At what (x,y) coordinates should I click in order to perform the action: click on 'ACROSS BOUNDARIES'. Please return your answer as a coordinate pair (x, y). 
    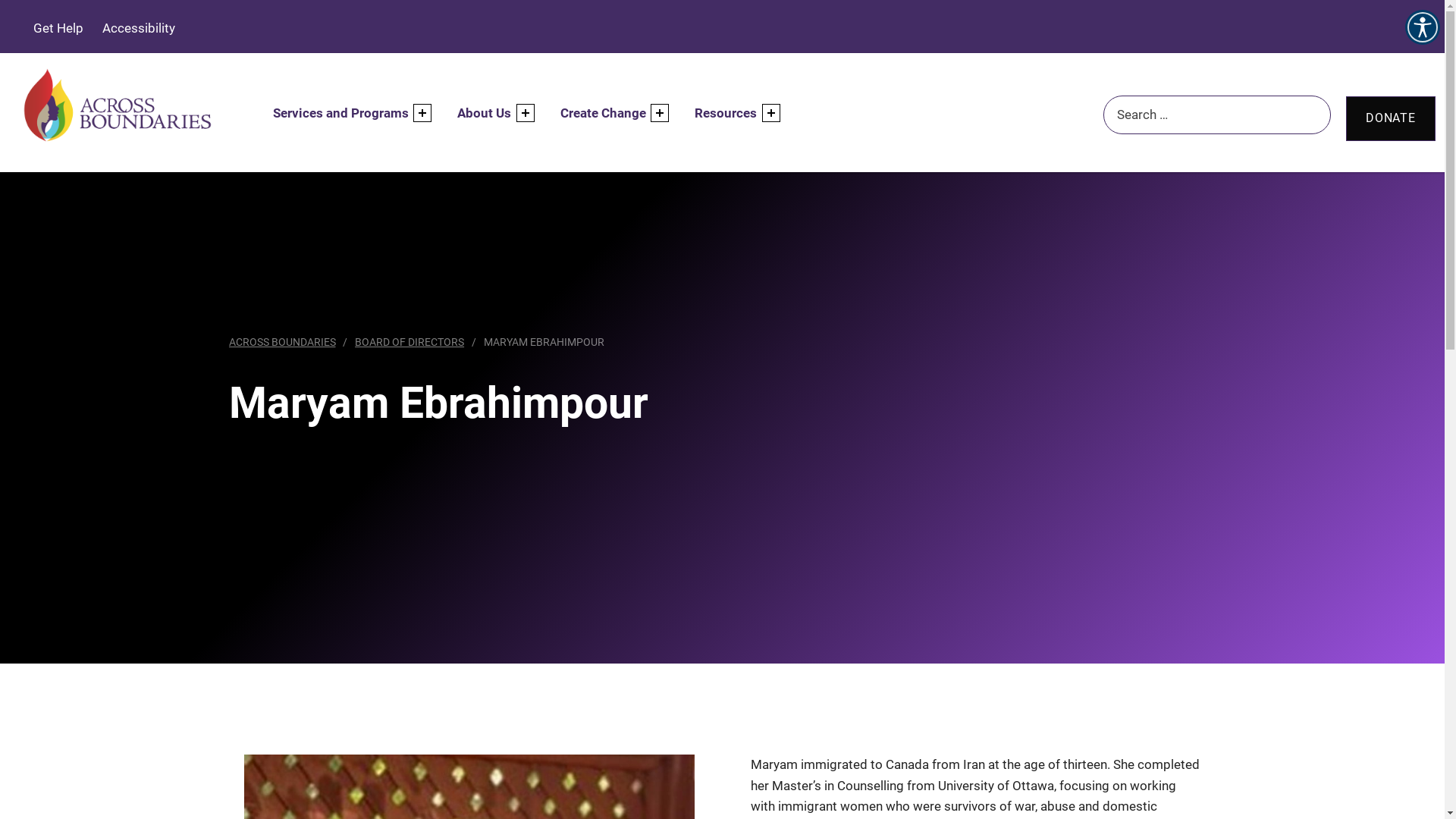
    Looking at the image, I should click on (282, 342).